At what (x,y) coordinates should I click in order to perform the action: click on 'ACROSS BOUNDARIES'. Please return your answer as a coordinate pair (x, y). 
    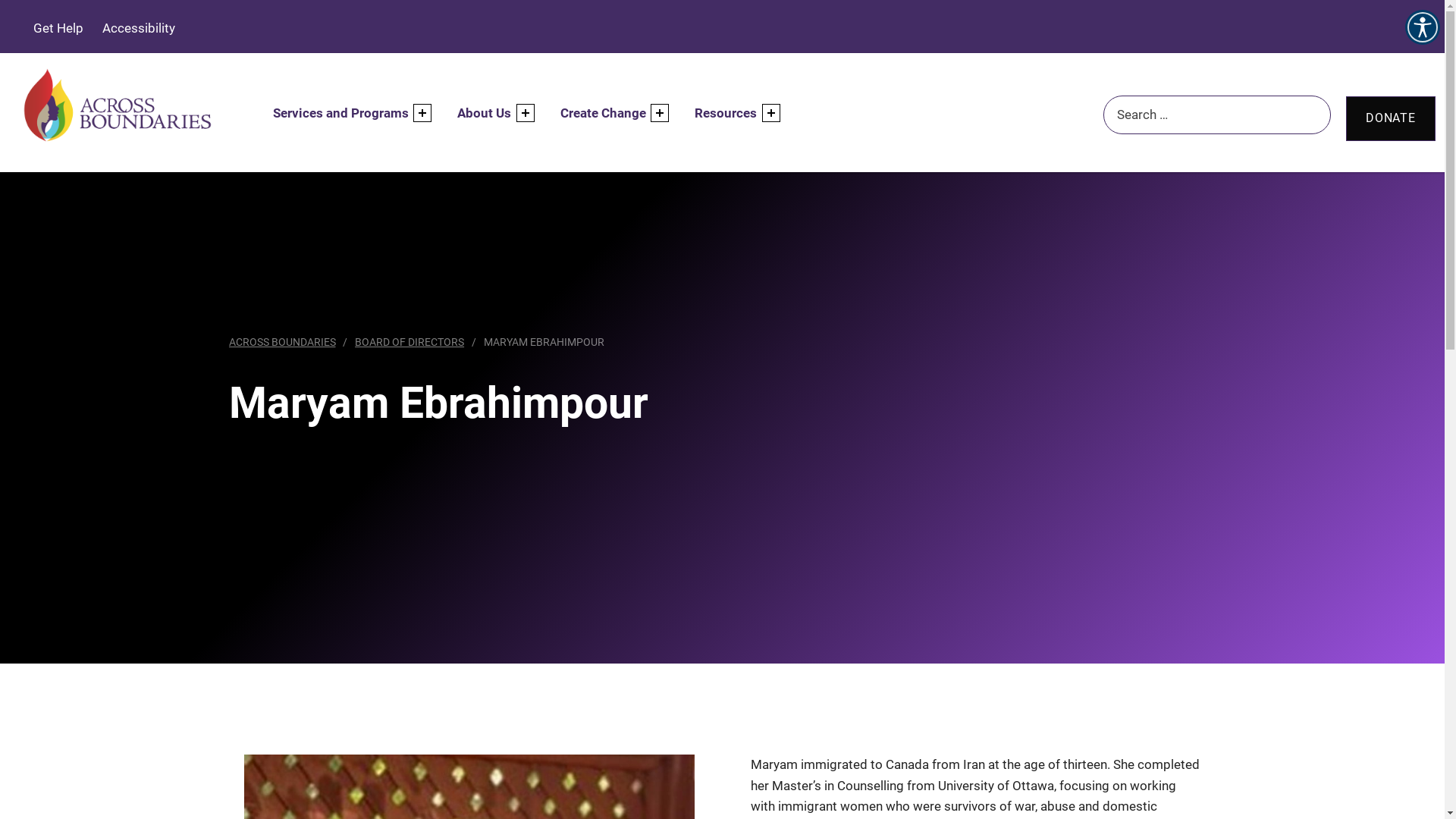
    Looking at the image, I should click on (282, 342).